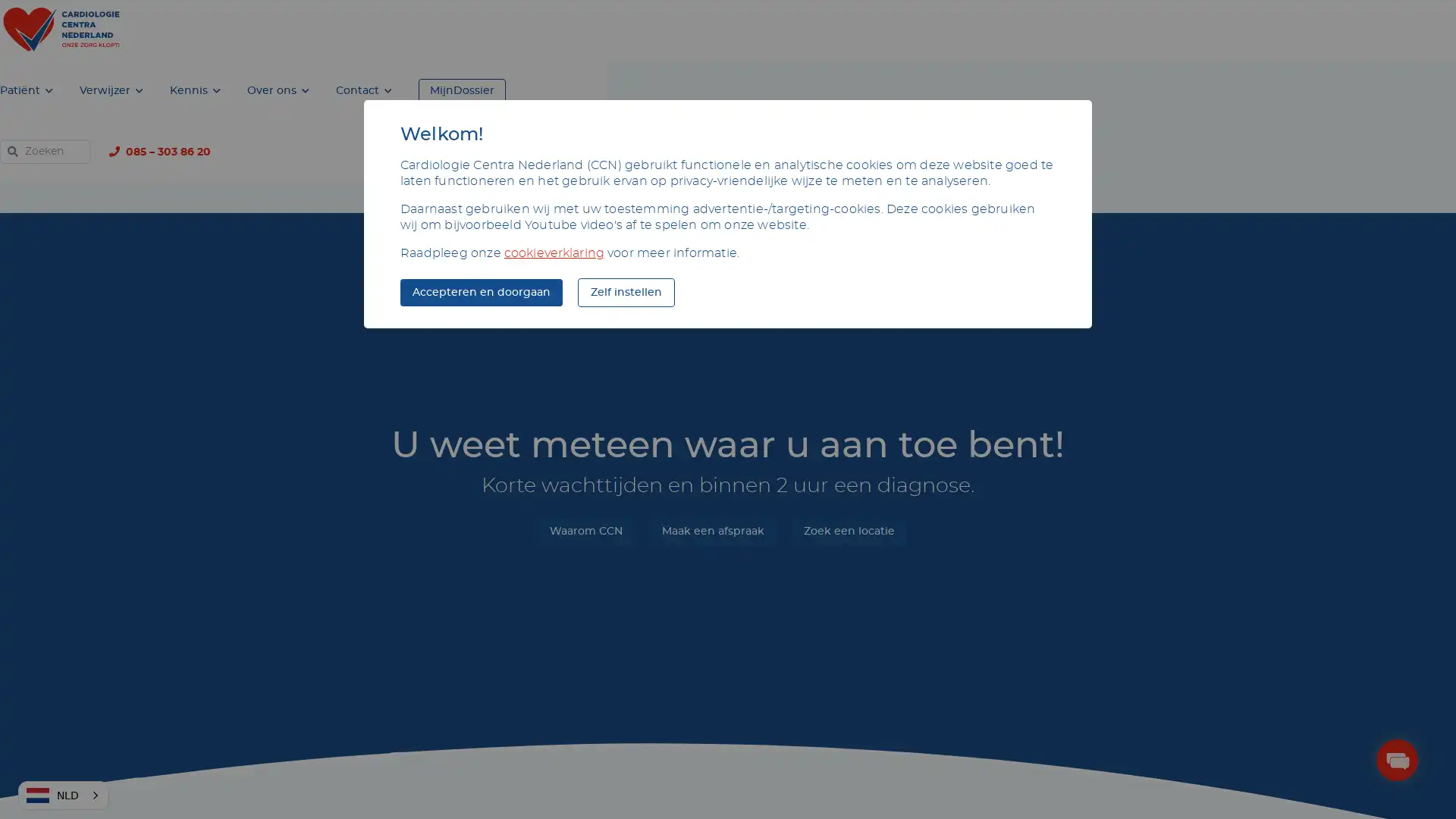 The width and height of the screenshot is (1456, 819). I want to click on Zoek een locatie, so click(847, 469).